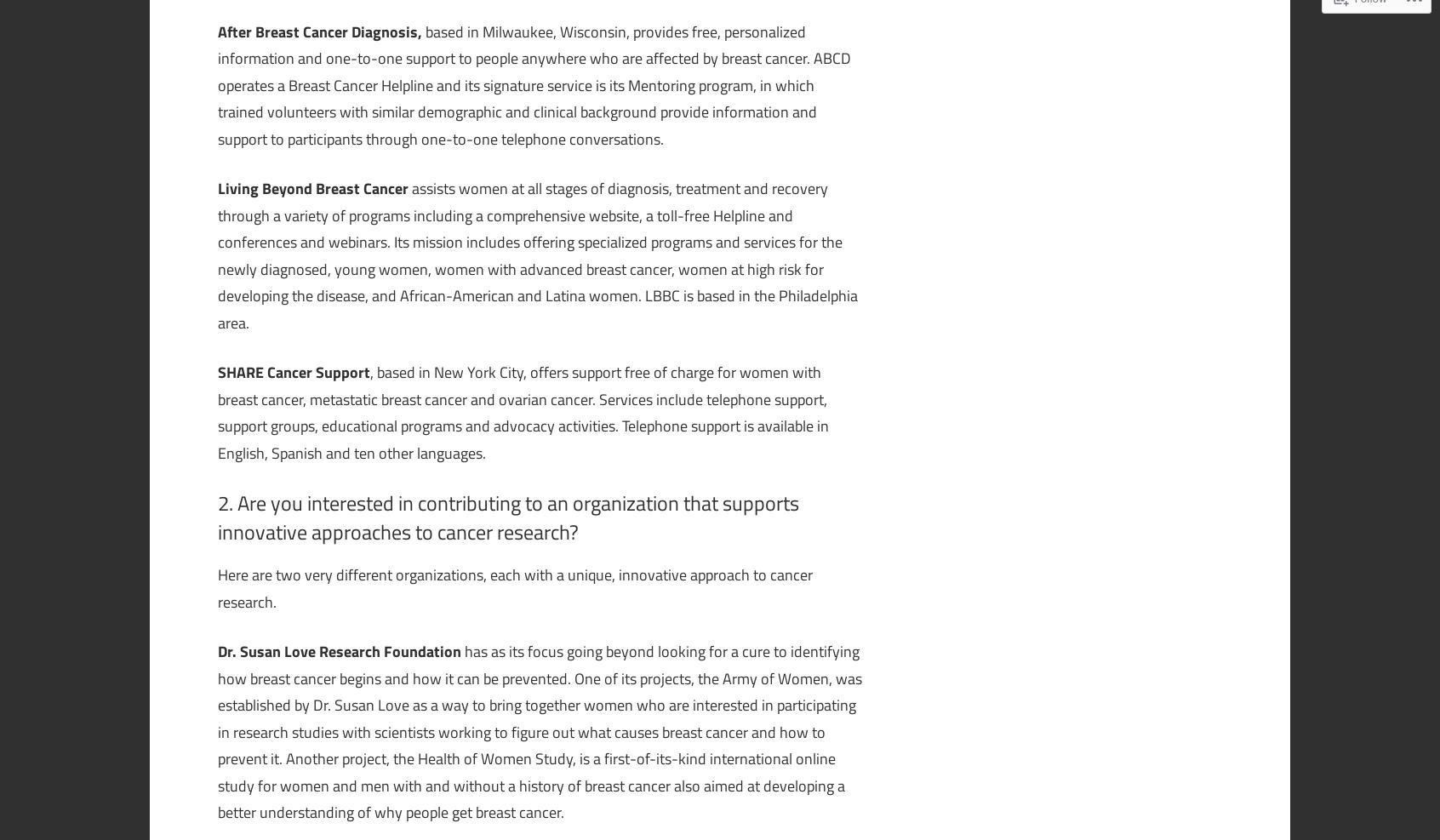 The image size is (1440, 840). I want to click on 'Dr. Susan Love Research Foundation', so click(217, 650).